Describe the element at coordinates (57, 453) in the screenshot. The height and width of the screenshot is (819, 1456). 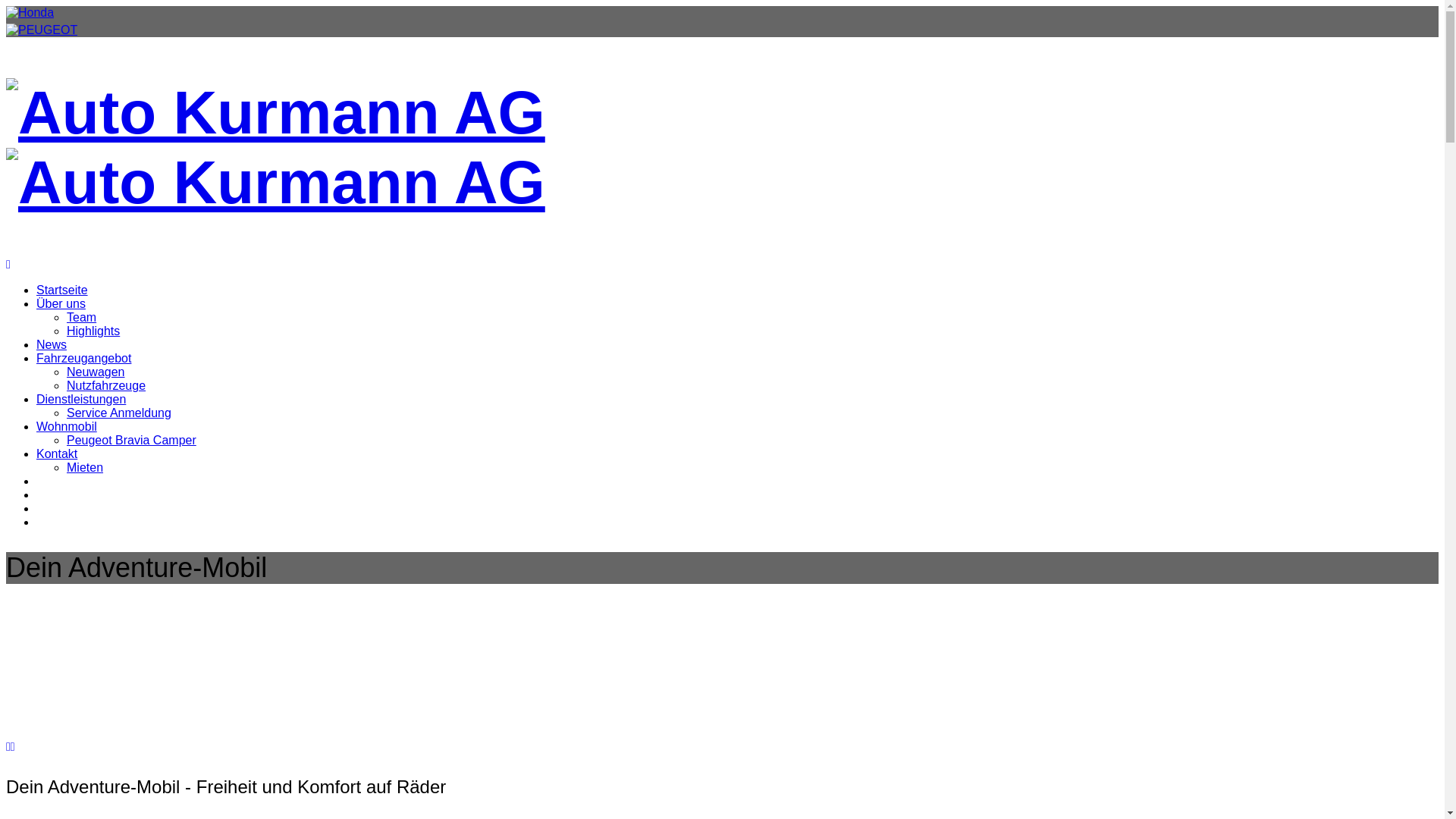
I see `'Kontakt'` at that location.